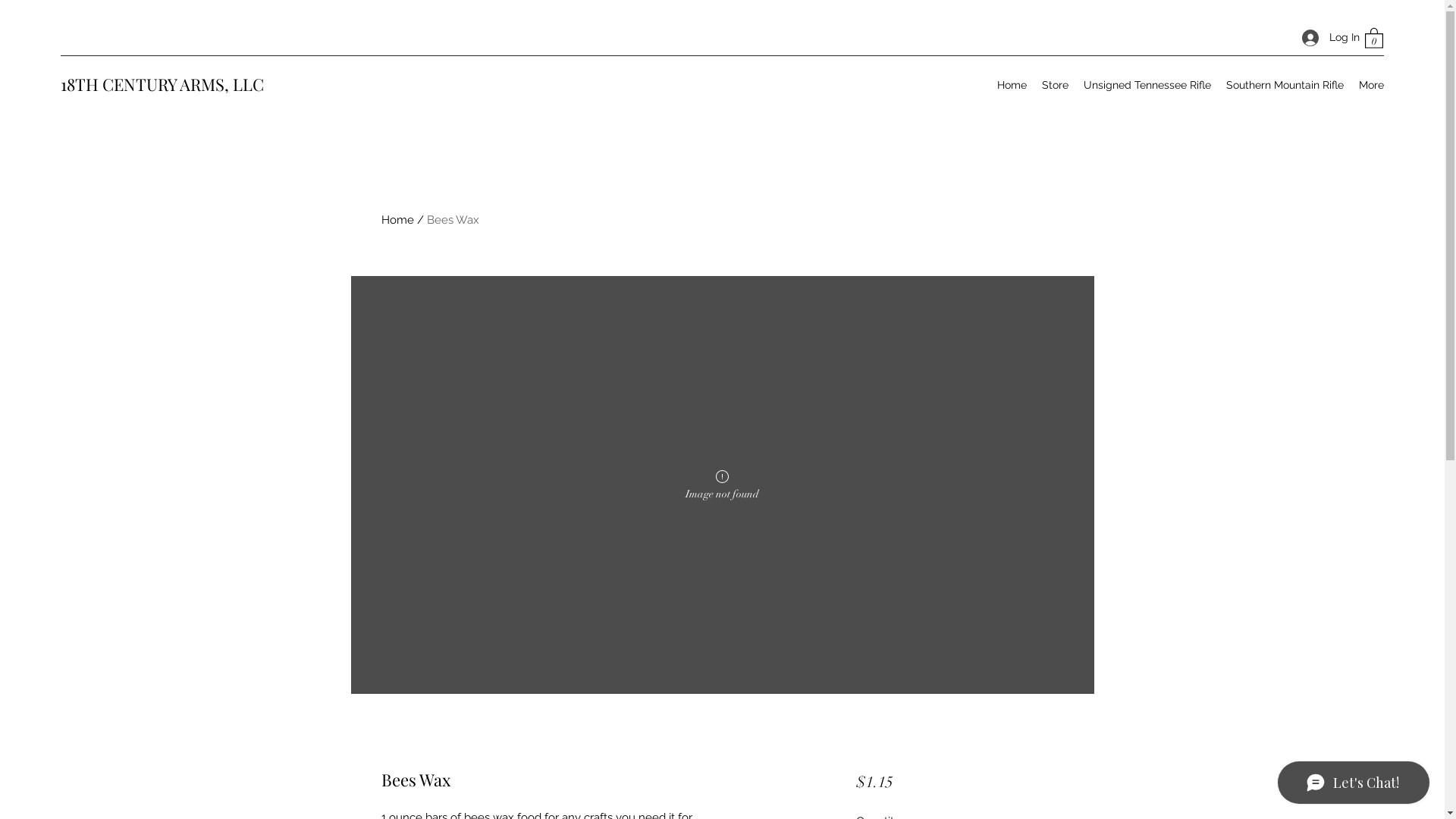 The image size is (1456, 819). Describe the element at coordinates (1054, 84) in the screenshot. I see `'Store'` at that location.